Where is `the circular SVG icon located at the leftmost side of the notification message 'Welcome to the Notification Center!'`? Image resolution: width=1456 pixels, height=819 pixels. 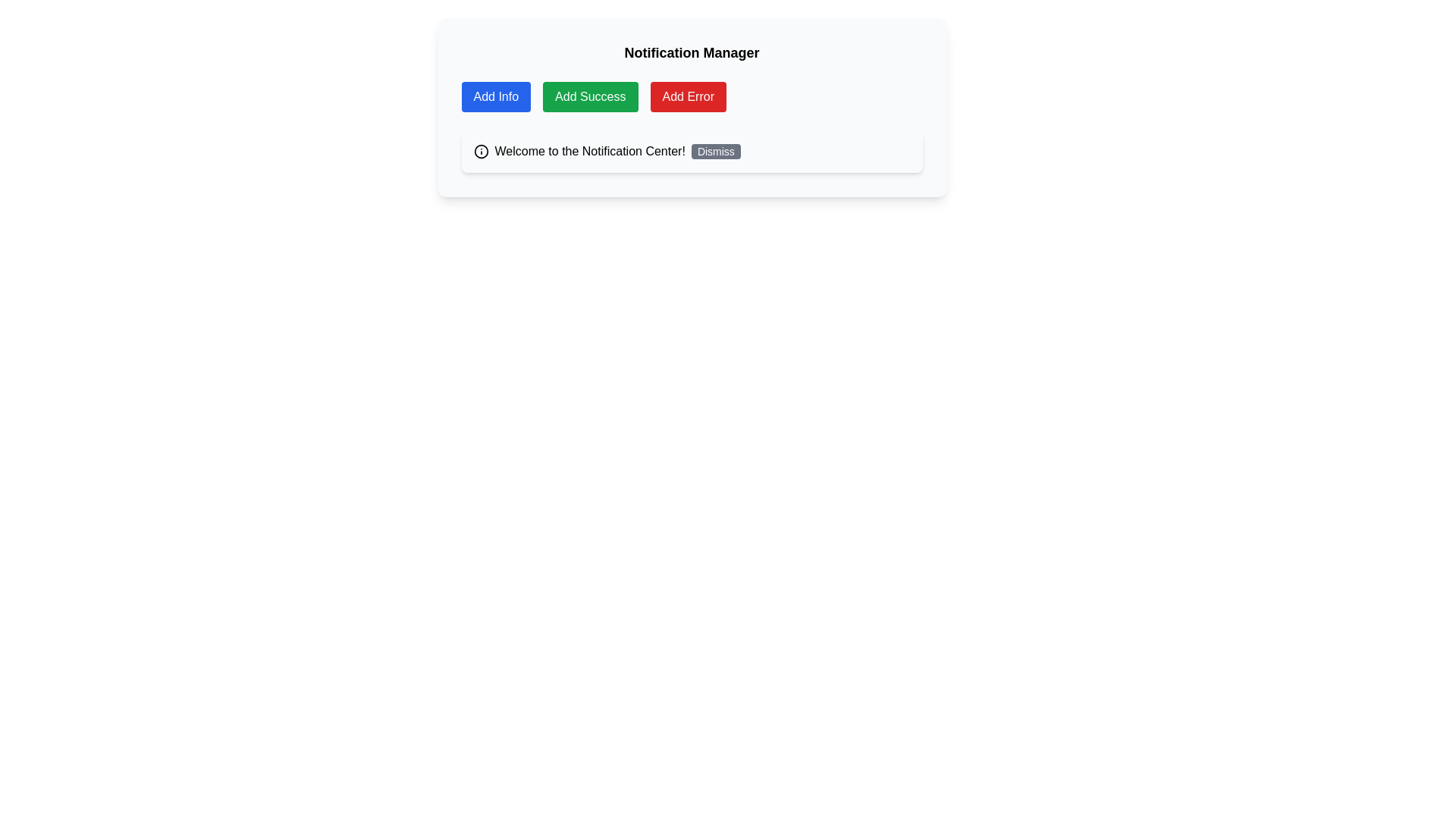
the circular SVG icon located at the leftmost side of the notification message 'Welcome to the Notification Center!' is located at coordinates (480, 152).